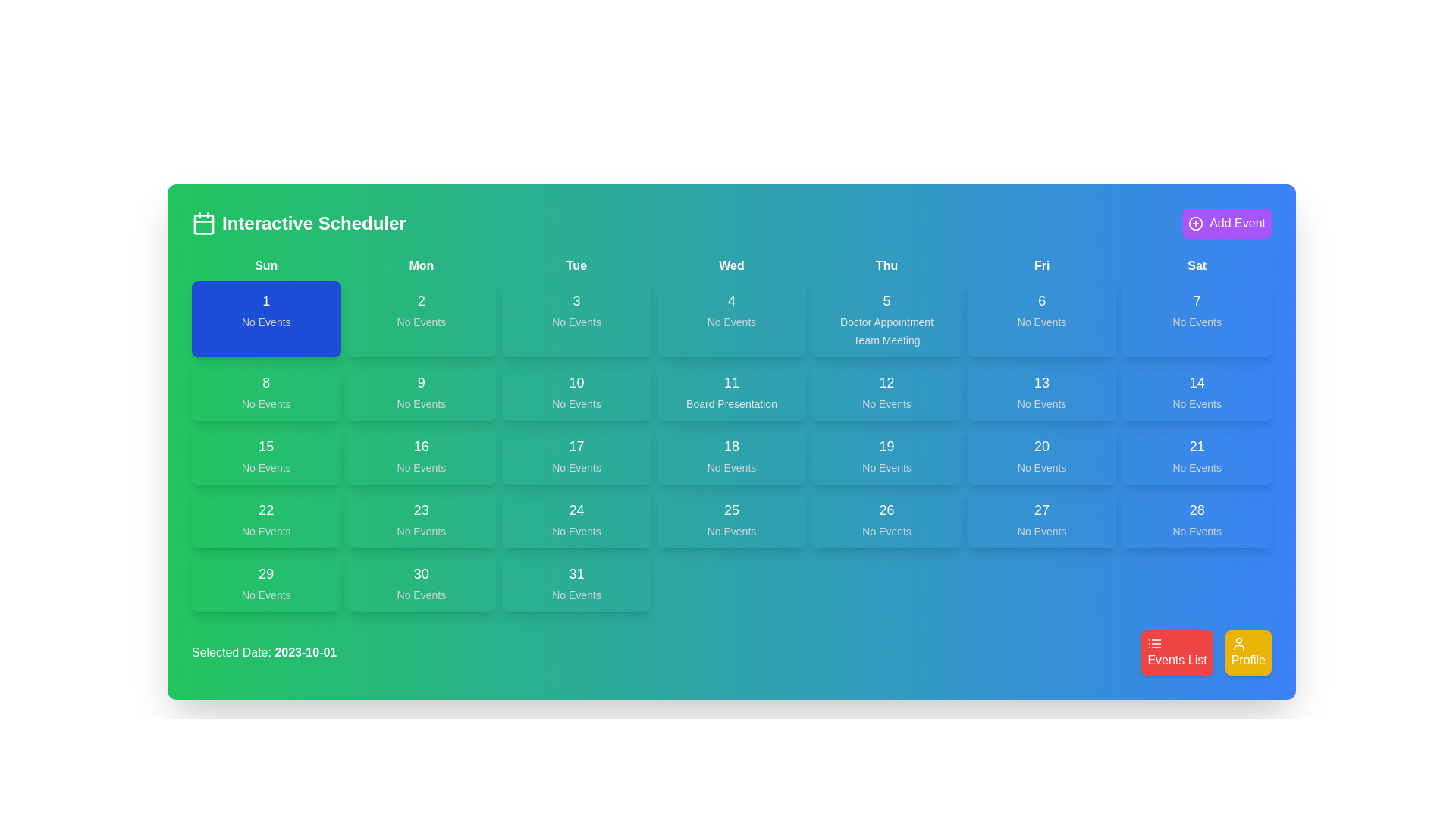 Image resolution: width=1456 pixels, height=819 pixels. What do you see at coordinates (266, 318) in the screenshot?
I see `the calendar day cell that represents the first day of the month, located in the first column and first row under the 'Sun' header` at bounding box center [266, 318].